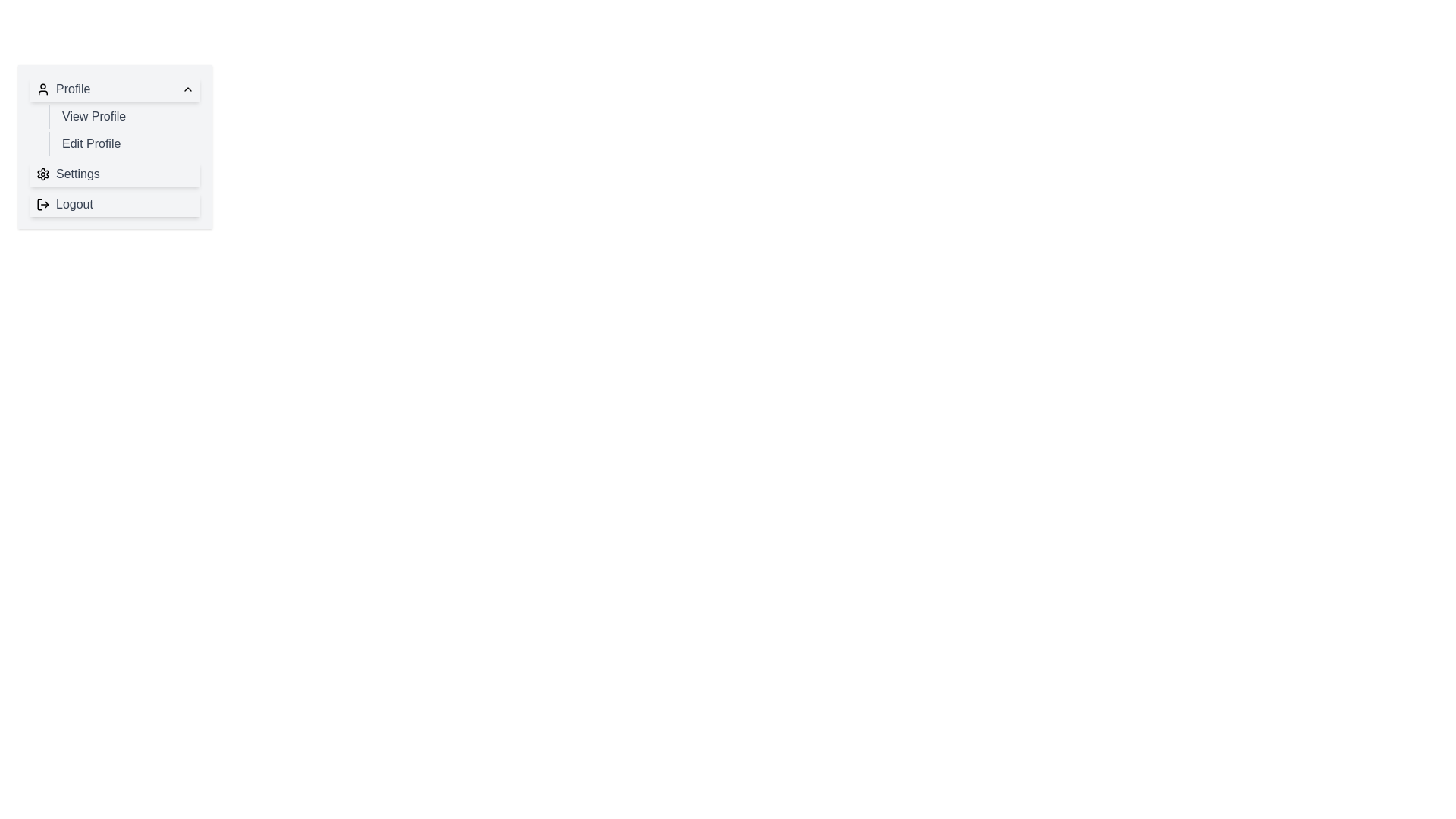  I want to click on the text label reading 'View Profile', which is styled in gray and located under the 'Profile' menu in the dropdown, so click(93, 116).